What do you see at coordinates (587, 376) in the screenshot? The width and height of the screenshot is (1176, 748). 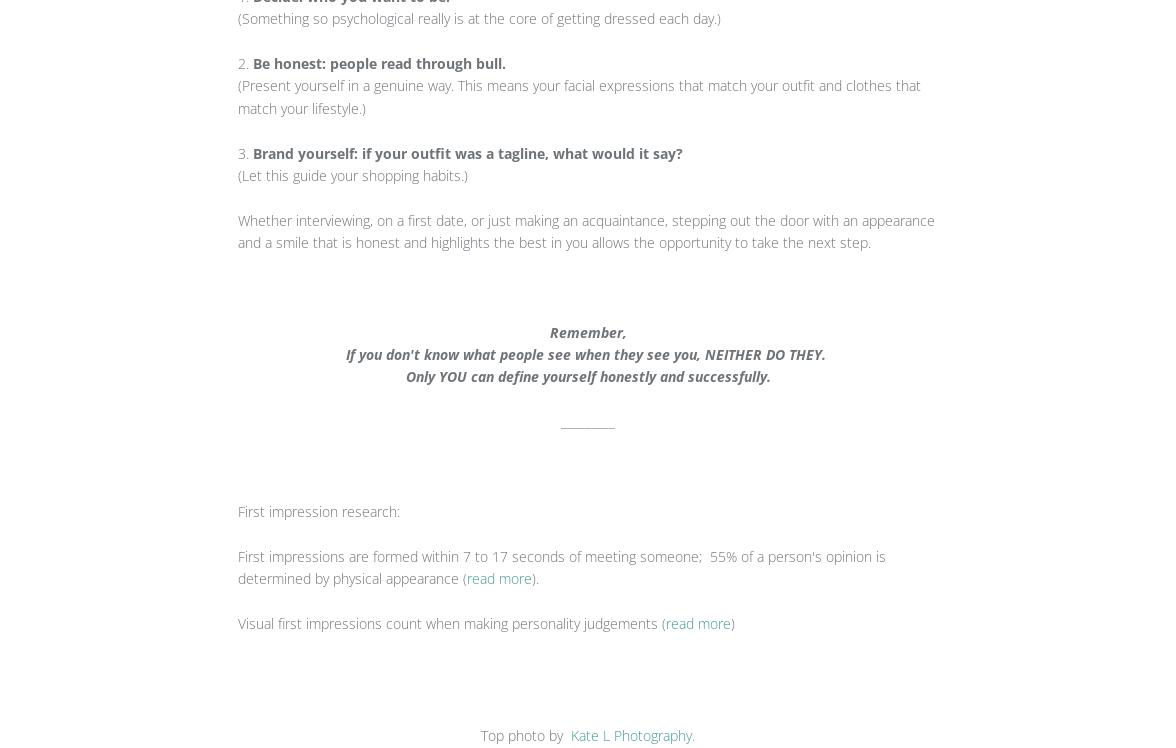 I see `'Only YOU can define yourself honestly and successfully.'` at bounding box center [587, 376].